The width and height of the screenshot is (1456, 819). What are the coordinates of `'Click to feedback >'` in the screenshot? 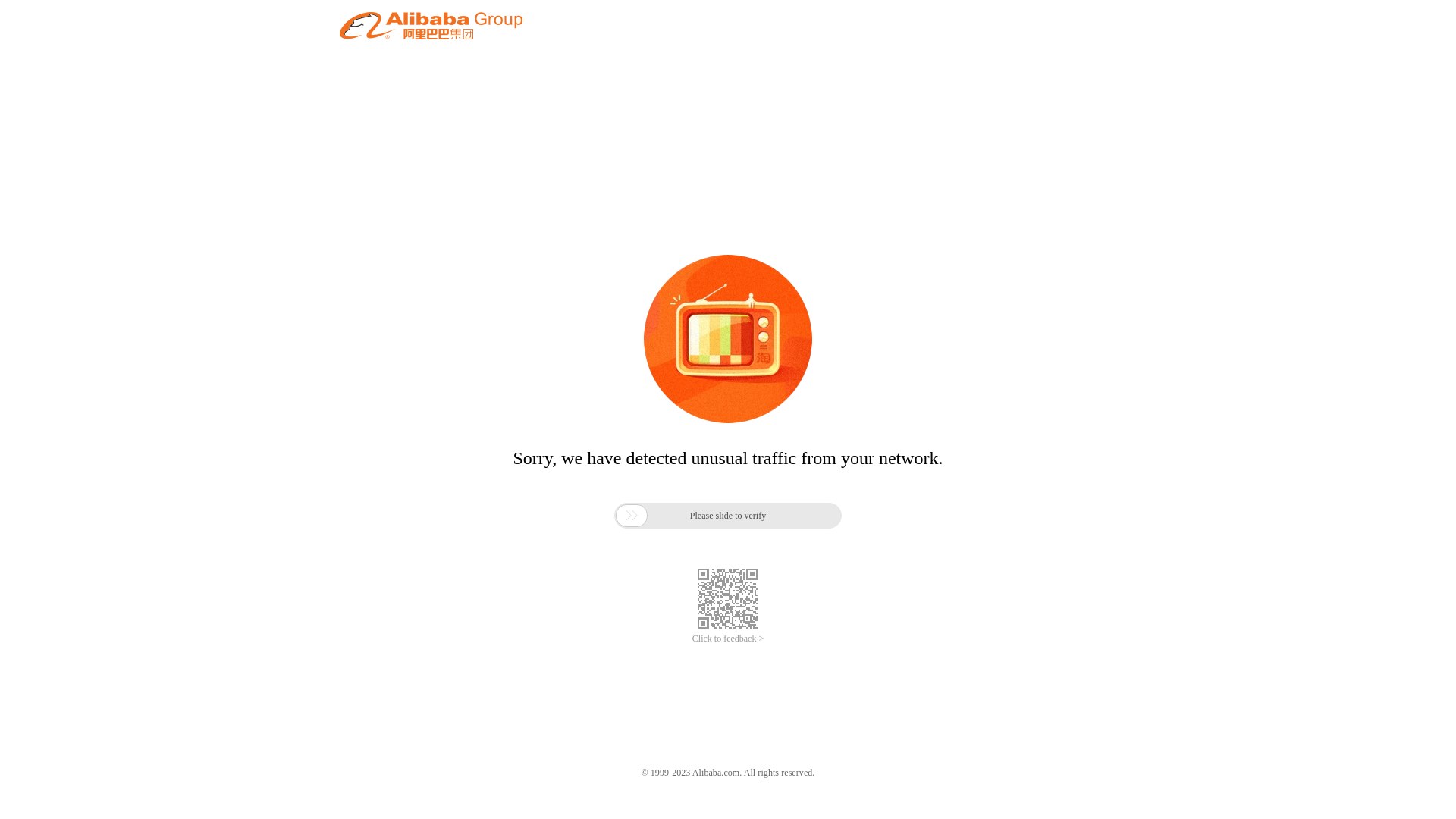 It's located at (728, 639).